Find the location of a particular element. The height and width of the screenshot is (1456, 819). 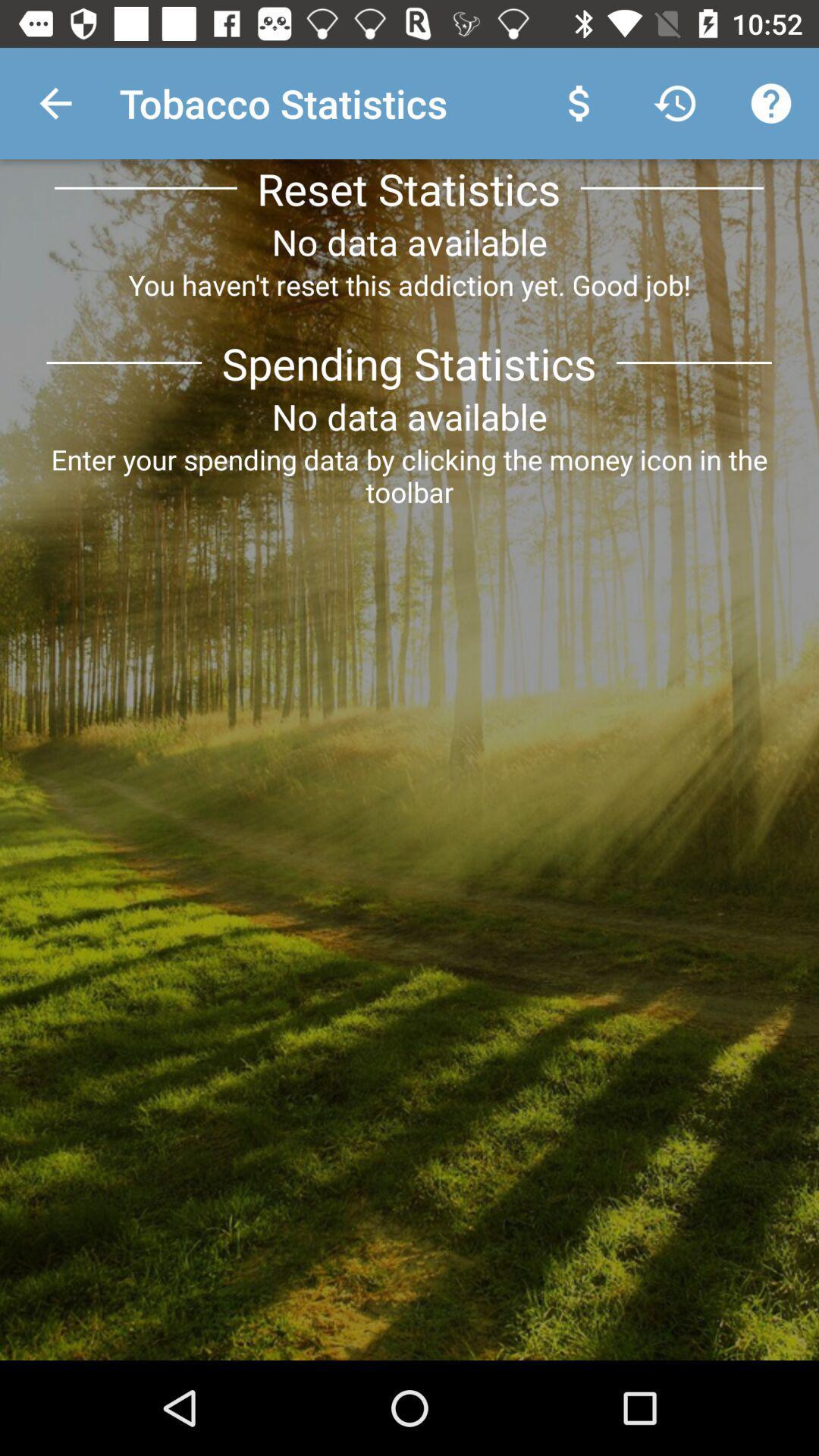

the item next to the tobacco statistics icon is located at coordinates (55, 102).